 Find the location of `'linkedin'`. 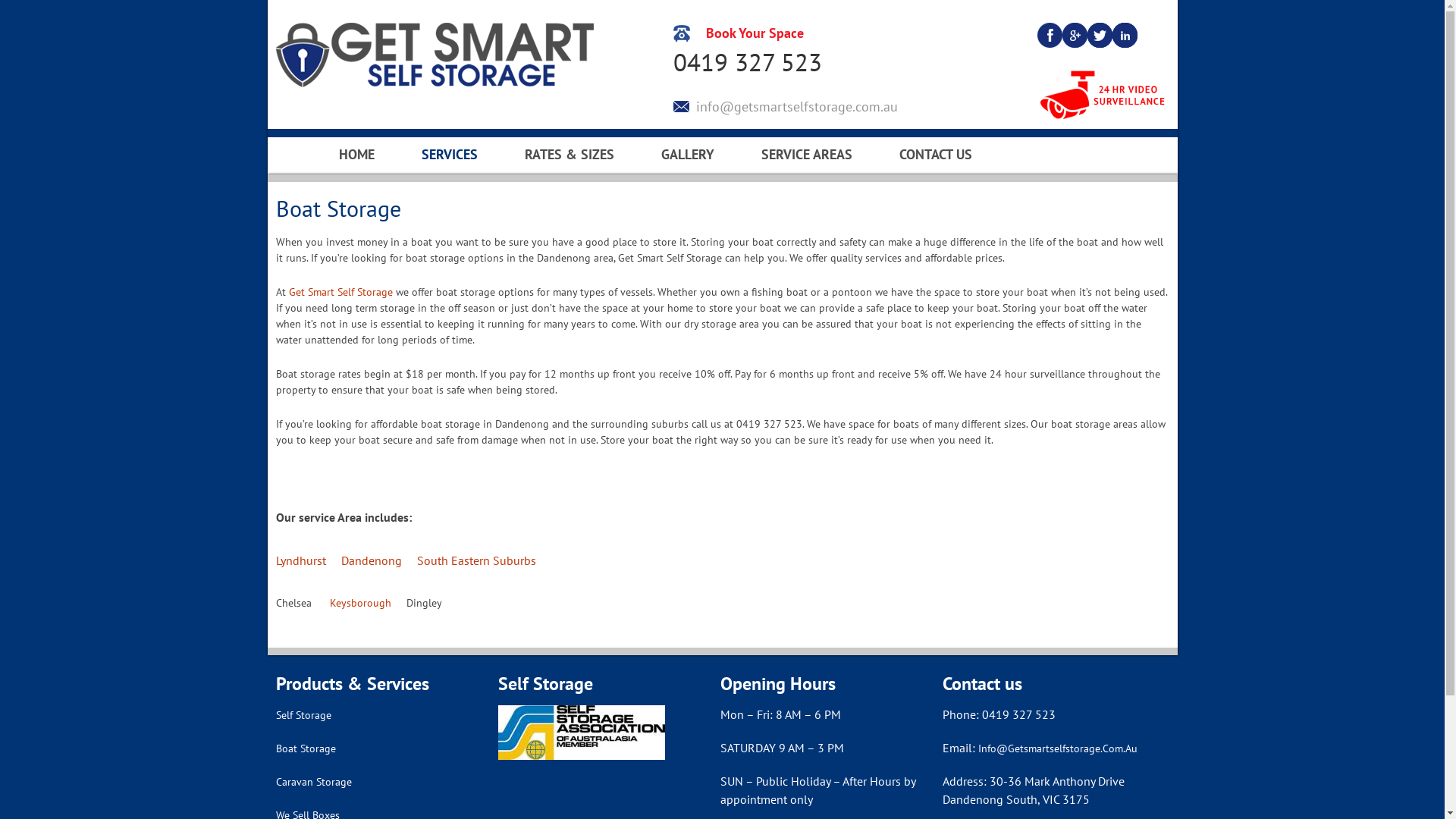

'linkedin' is located at coordinates (1125, 34).